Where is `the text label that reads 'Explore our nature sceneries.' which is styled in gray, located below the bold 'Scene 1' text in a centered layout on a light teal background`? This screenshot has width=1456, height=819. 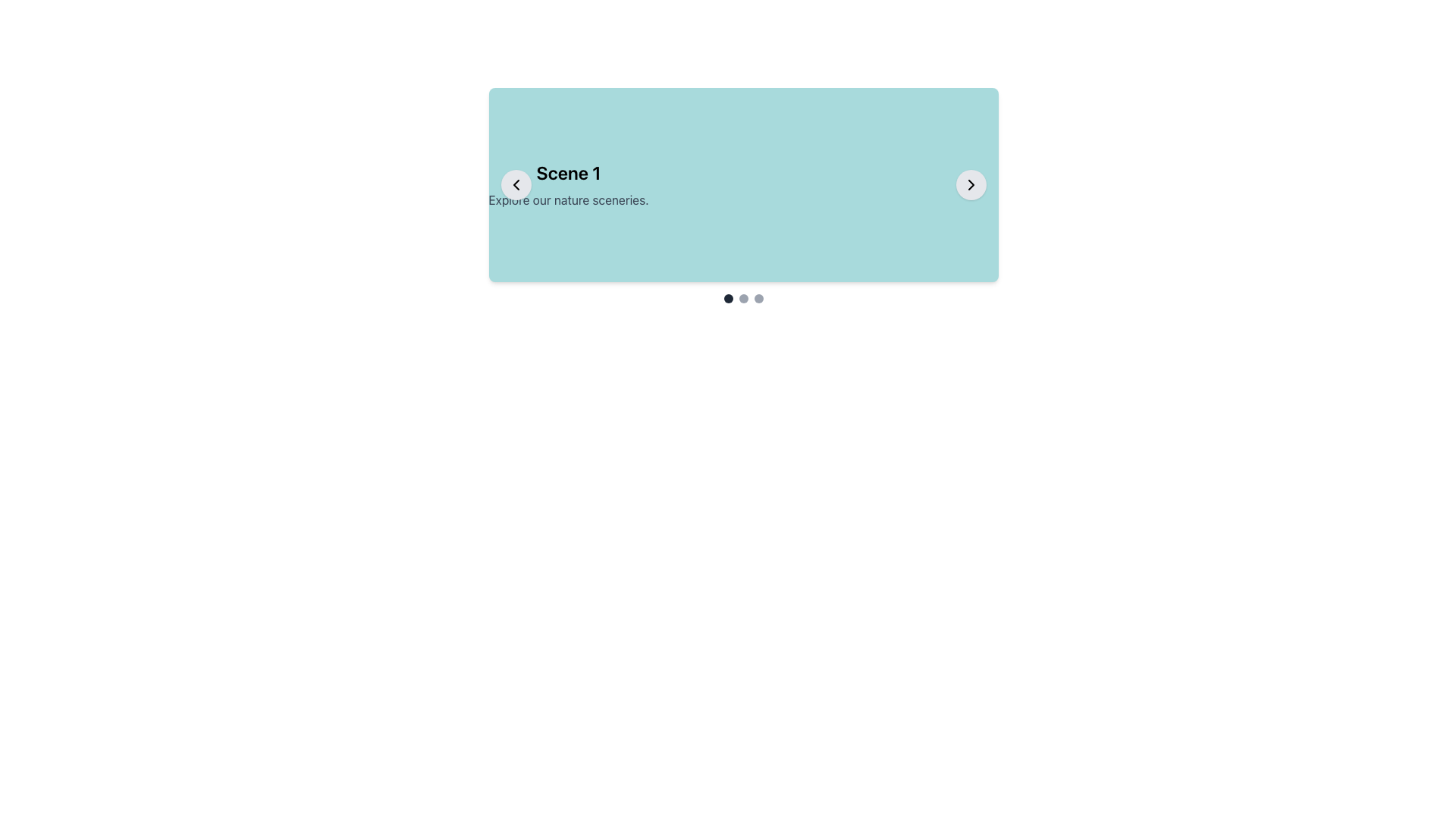
the text label that reads 'Explore our nature sceneries.' which is styled in gray, located below the bold 'Scene 1' text in a centered layout on a light teal background is located at coordinates (567, 199).